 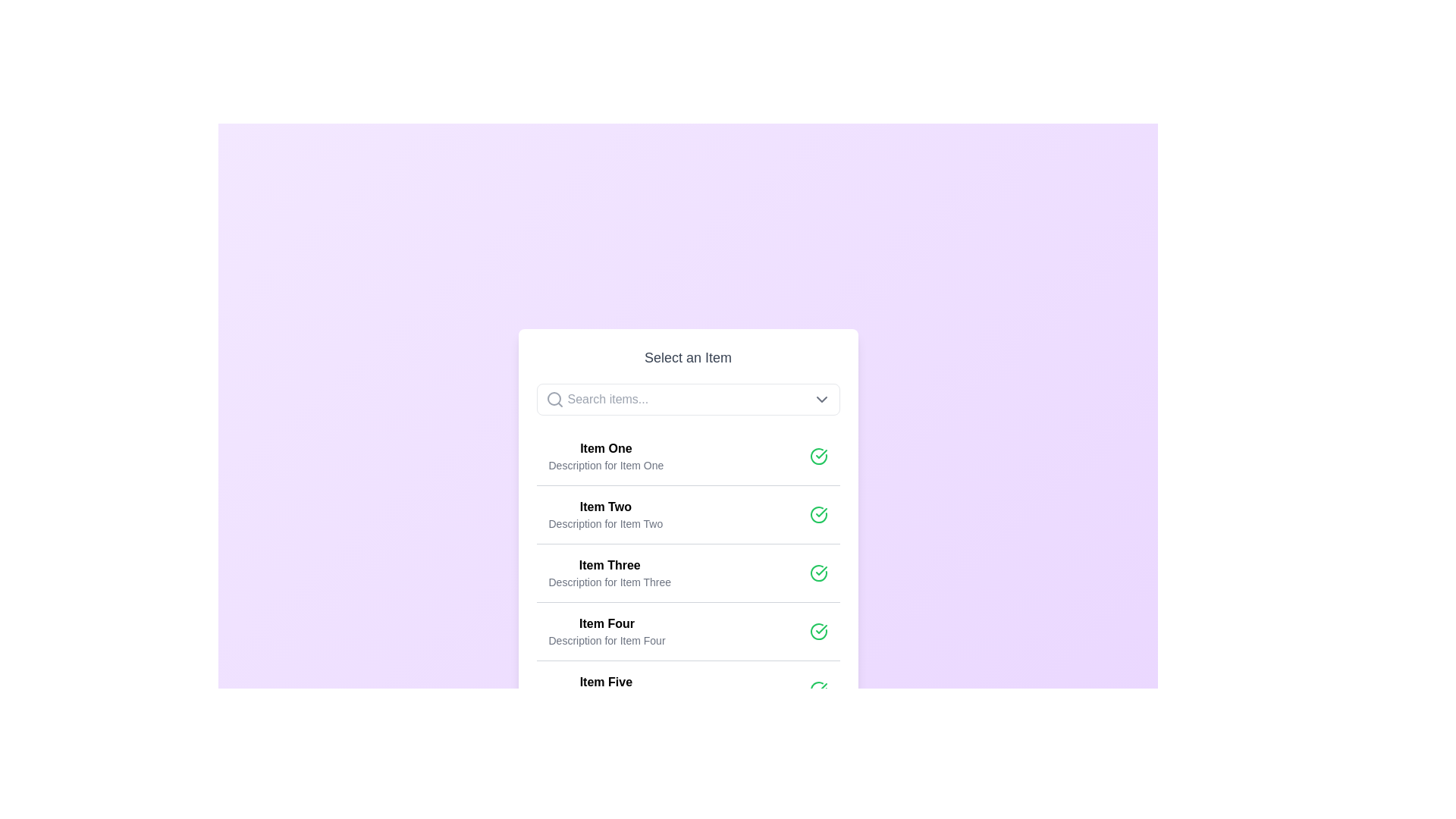 What do you see at coordinates (610, 565) in the screenshot?
I see `the bold text label reading 'Item Three' if interactive features are added` at bounding box center [610, 565].